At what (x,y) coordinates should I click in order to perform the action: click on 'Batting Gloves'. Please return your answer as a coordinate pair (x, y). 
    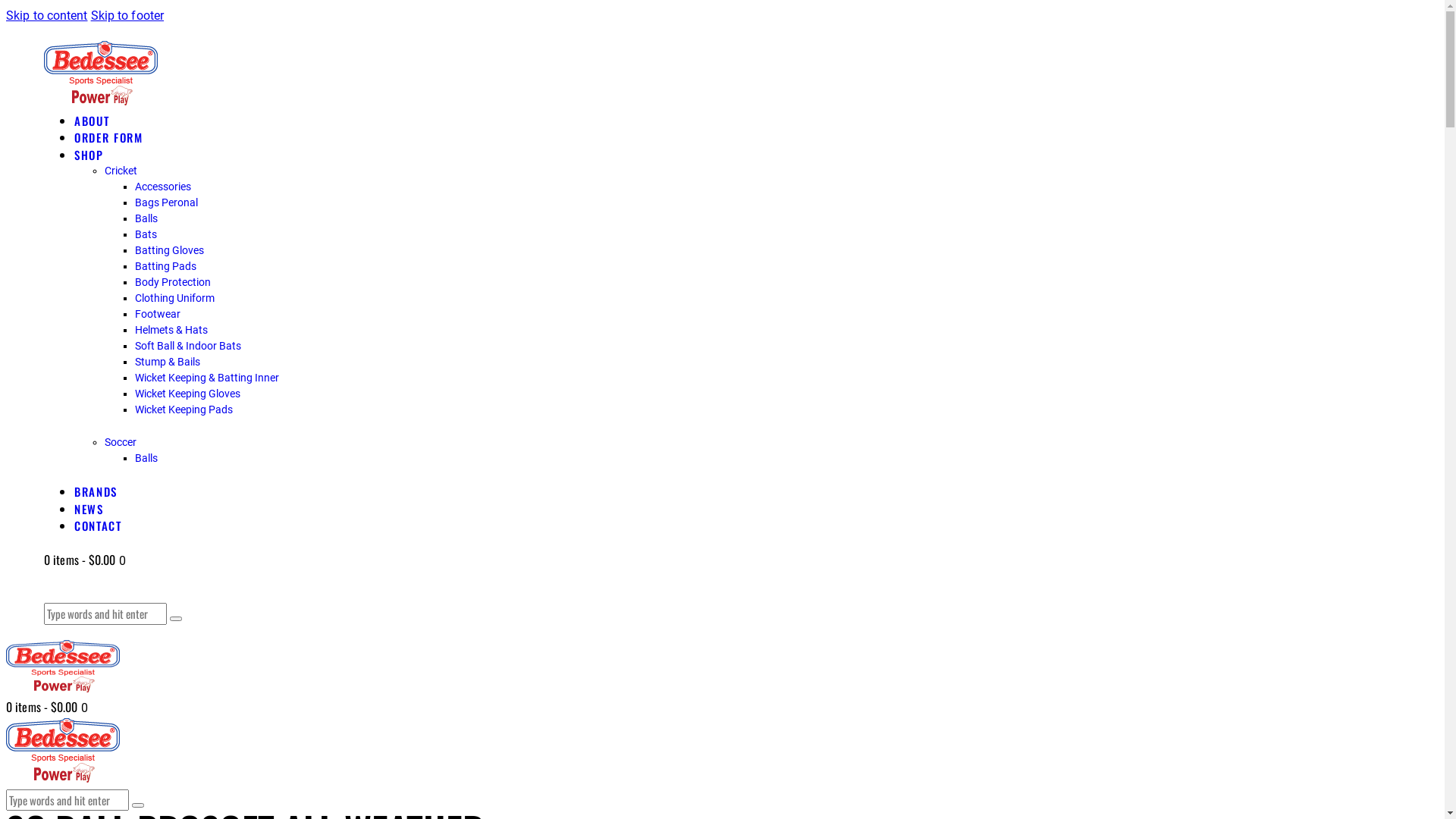
    Looking at the image, I should click on (169, 249).